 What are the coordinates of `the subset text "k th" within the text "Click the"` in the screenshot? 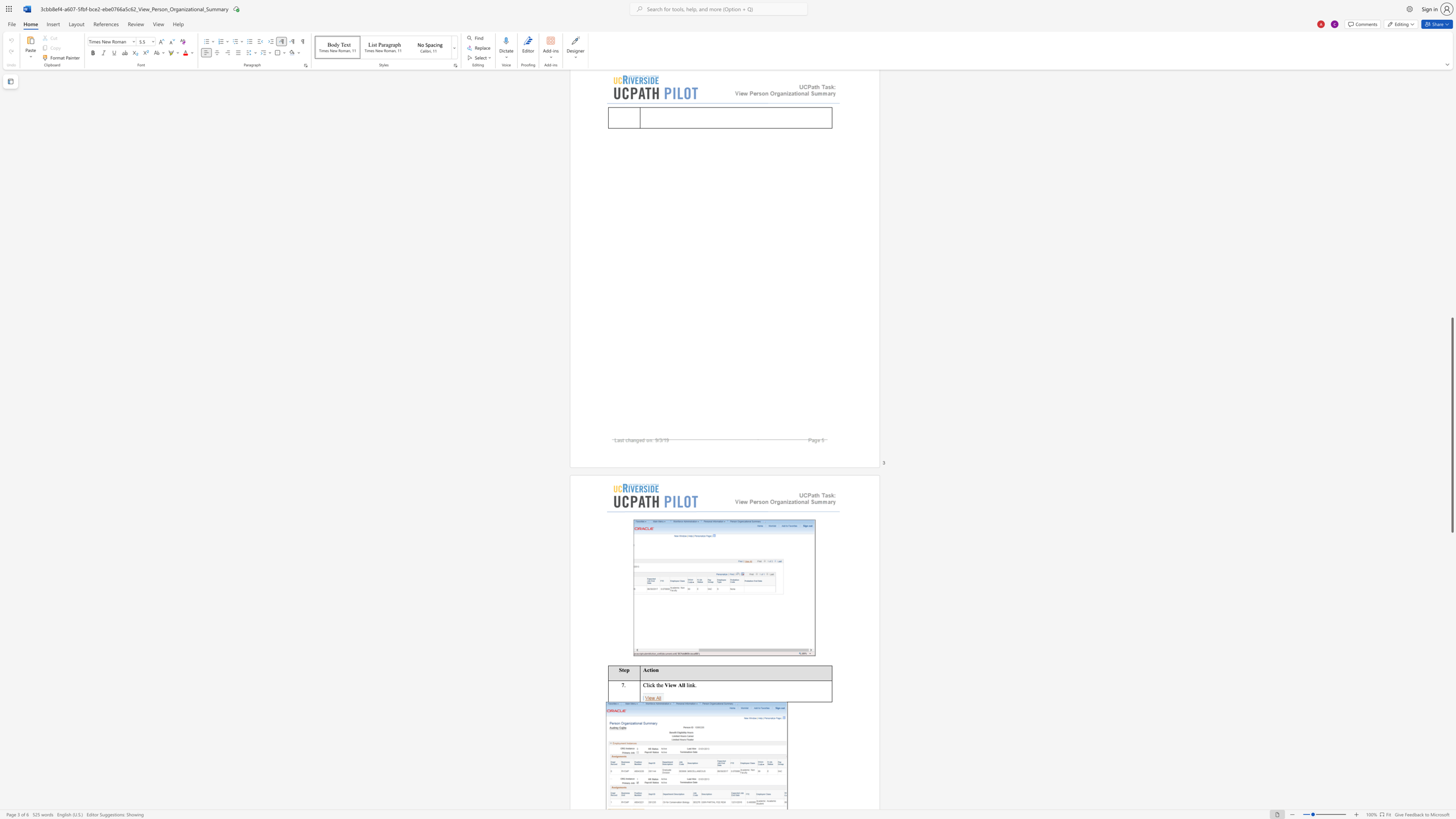 It's located at (652, 684).